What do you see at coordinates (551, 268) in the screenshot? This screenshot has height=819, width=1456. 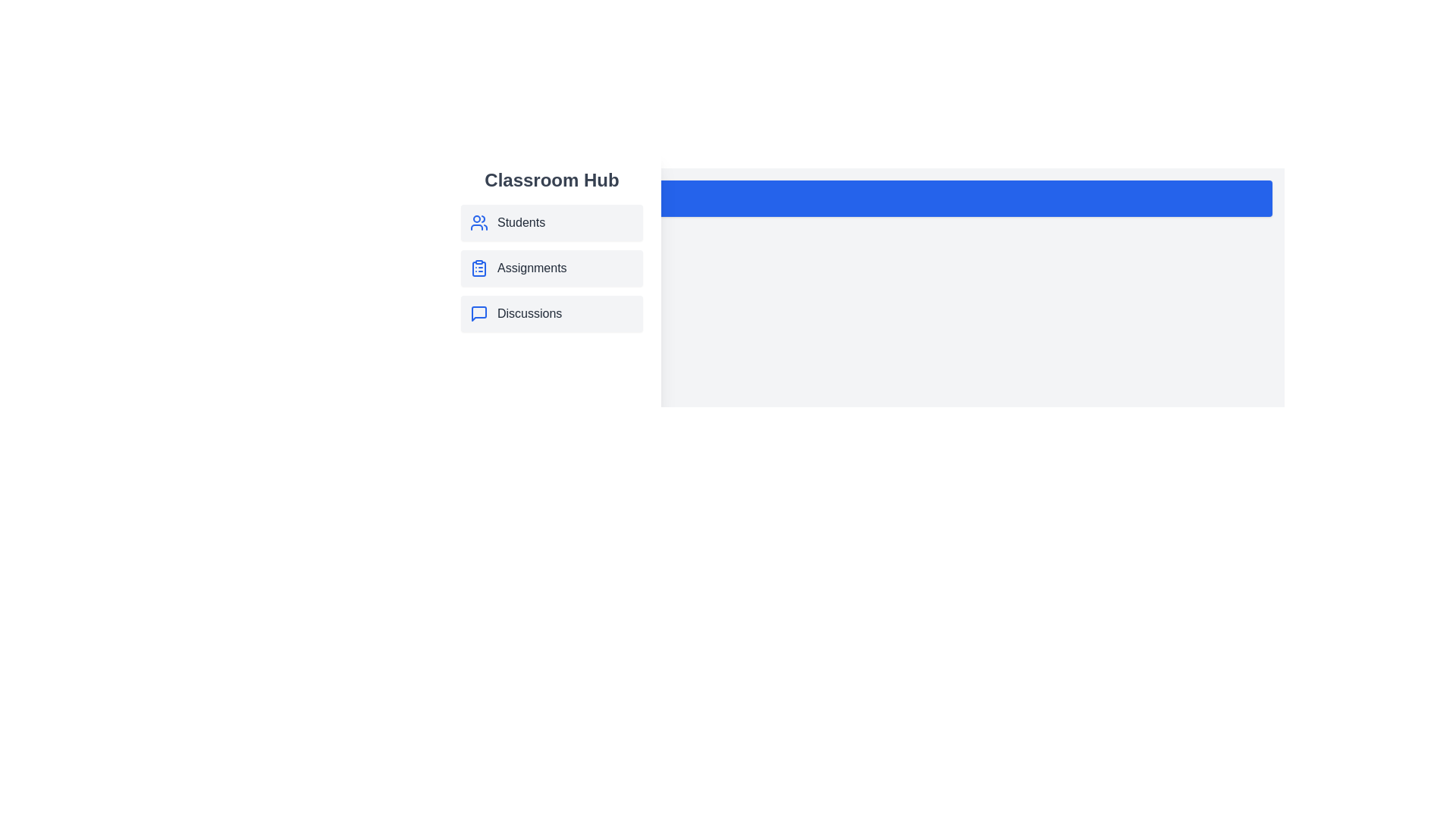 I see `the 'Assignments' section in the drawer` at bounding box center [551, 268].